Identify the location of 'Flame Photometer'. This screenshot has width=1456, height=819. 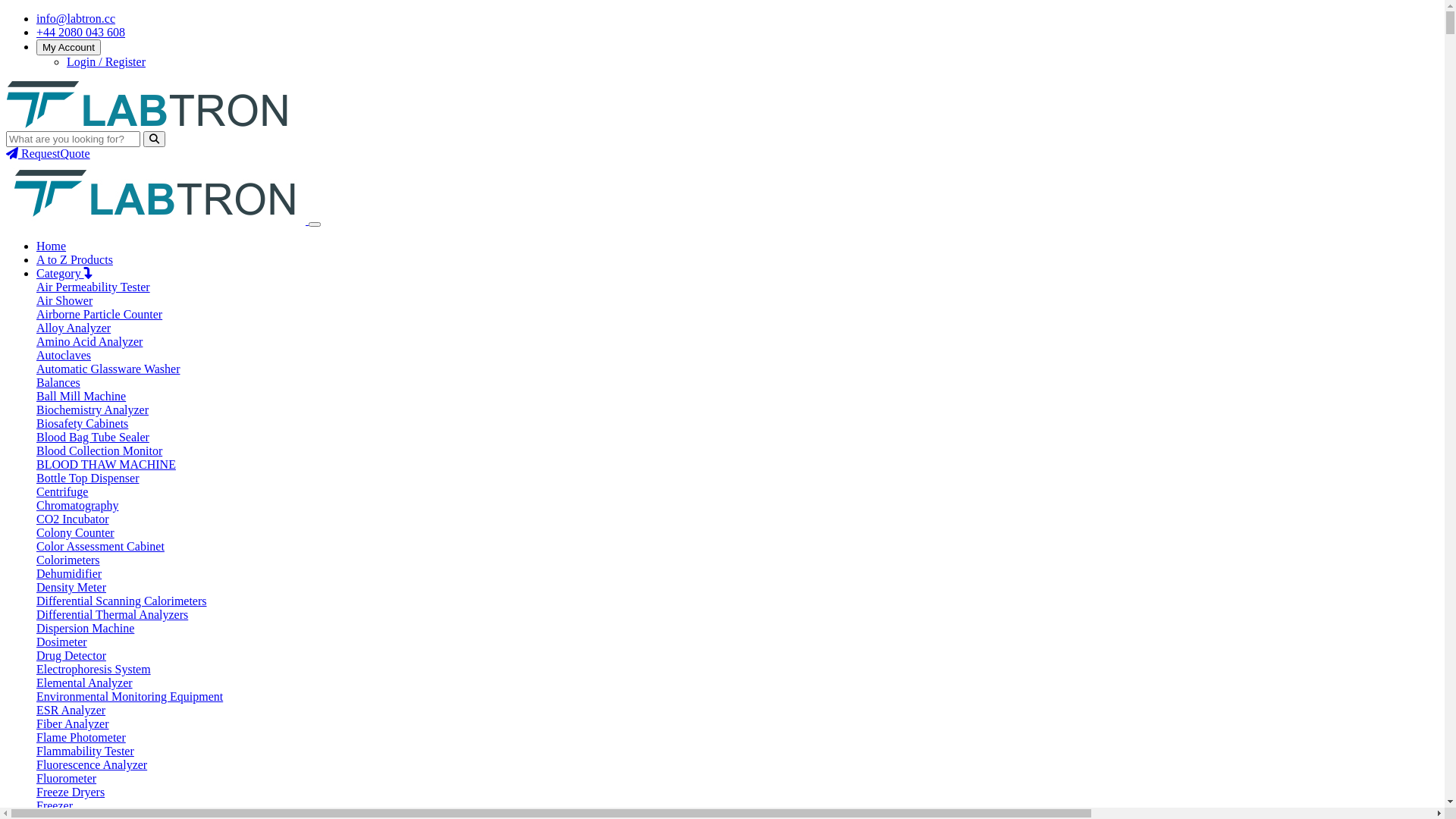
(80, 736).